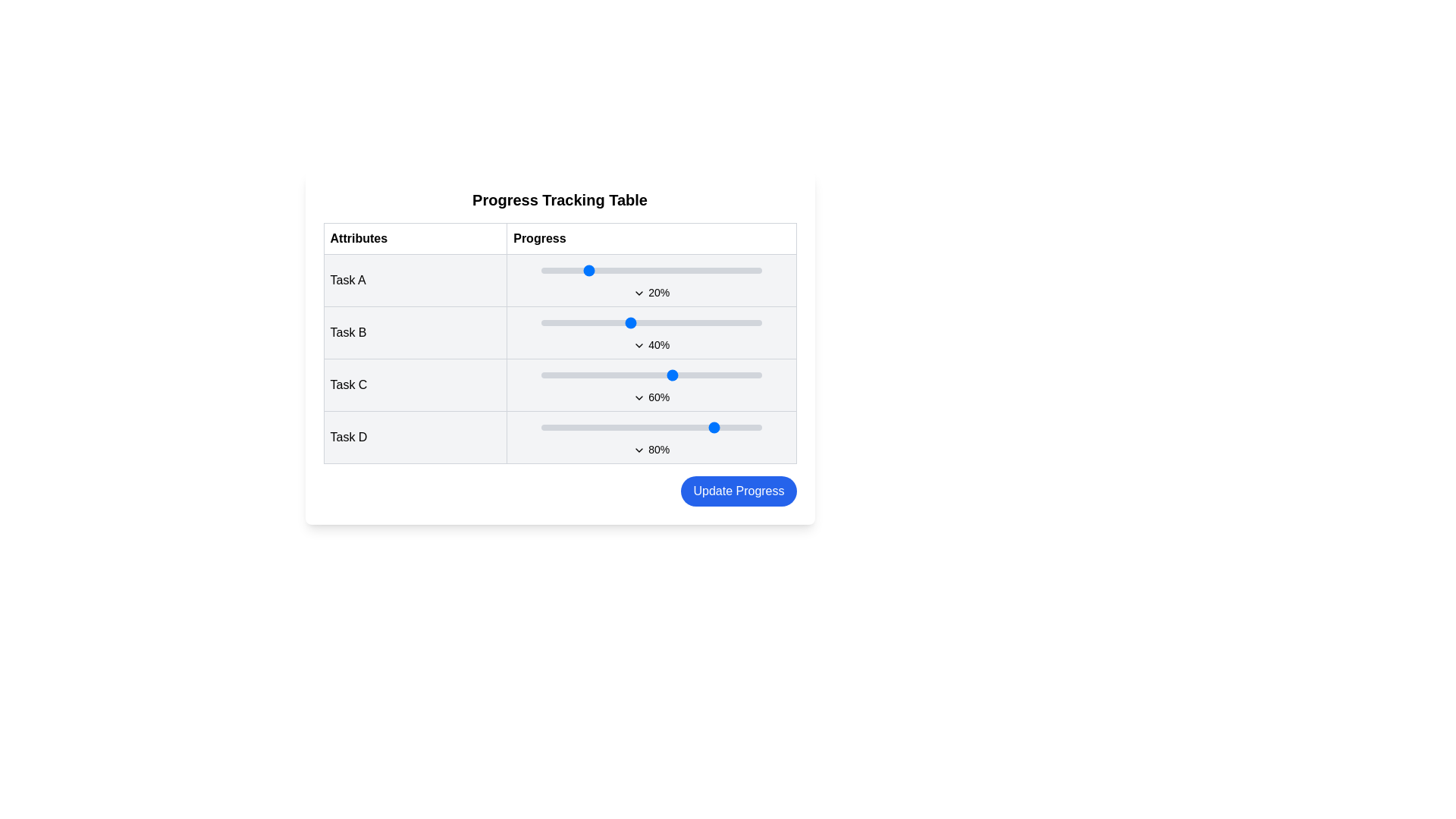 This screenshot has height=819, width=1456. What do you see at coordinates (686, 270) in the screenshot?
I see `the slider value` at bounding box center [686, 270].